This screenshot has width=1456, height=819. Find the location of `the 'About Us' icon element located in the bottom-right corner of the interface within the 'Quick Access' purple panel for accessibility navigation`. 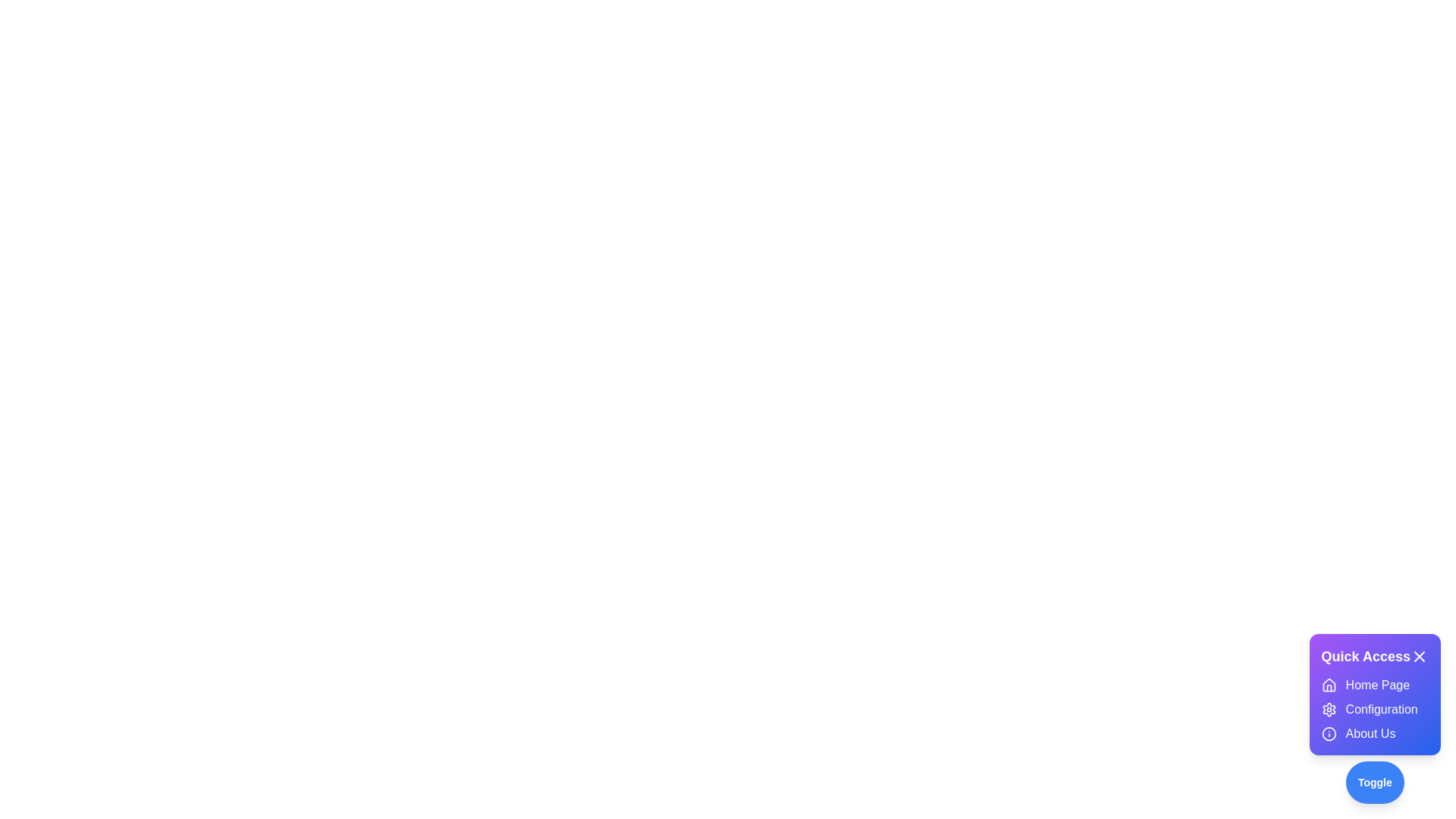

the 'About Us' icon element located in the bottom-right corner of the interface within the 'Quick Access' purple panel for accessibility navigation is located at coordinates (1328, 733).